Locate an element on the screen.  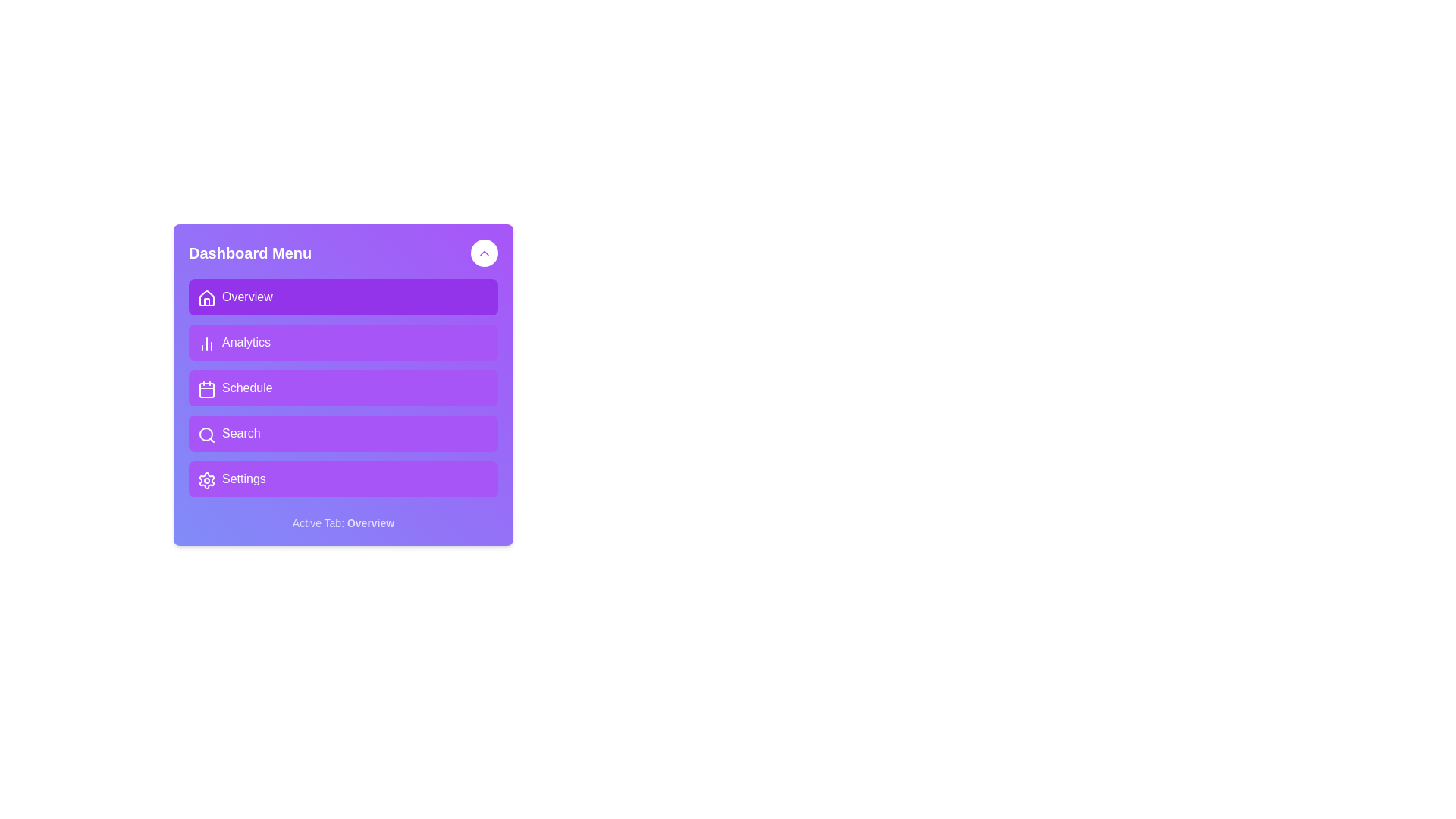
the house-shaped icon located at the top of the list within the 'Dashboard Menu', specifically to the left of the text 'Overview' is located at coordinates (206, 298).